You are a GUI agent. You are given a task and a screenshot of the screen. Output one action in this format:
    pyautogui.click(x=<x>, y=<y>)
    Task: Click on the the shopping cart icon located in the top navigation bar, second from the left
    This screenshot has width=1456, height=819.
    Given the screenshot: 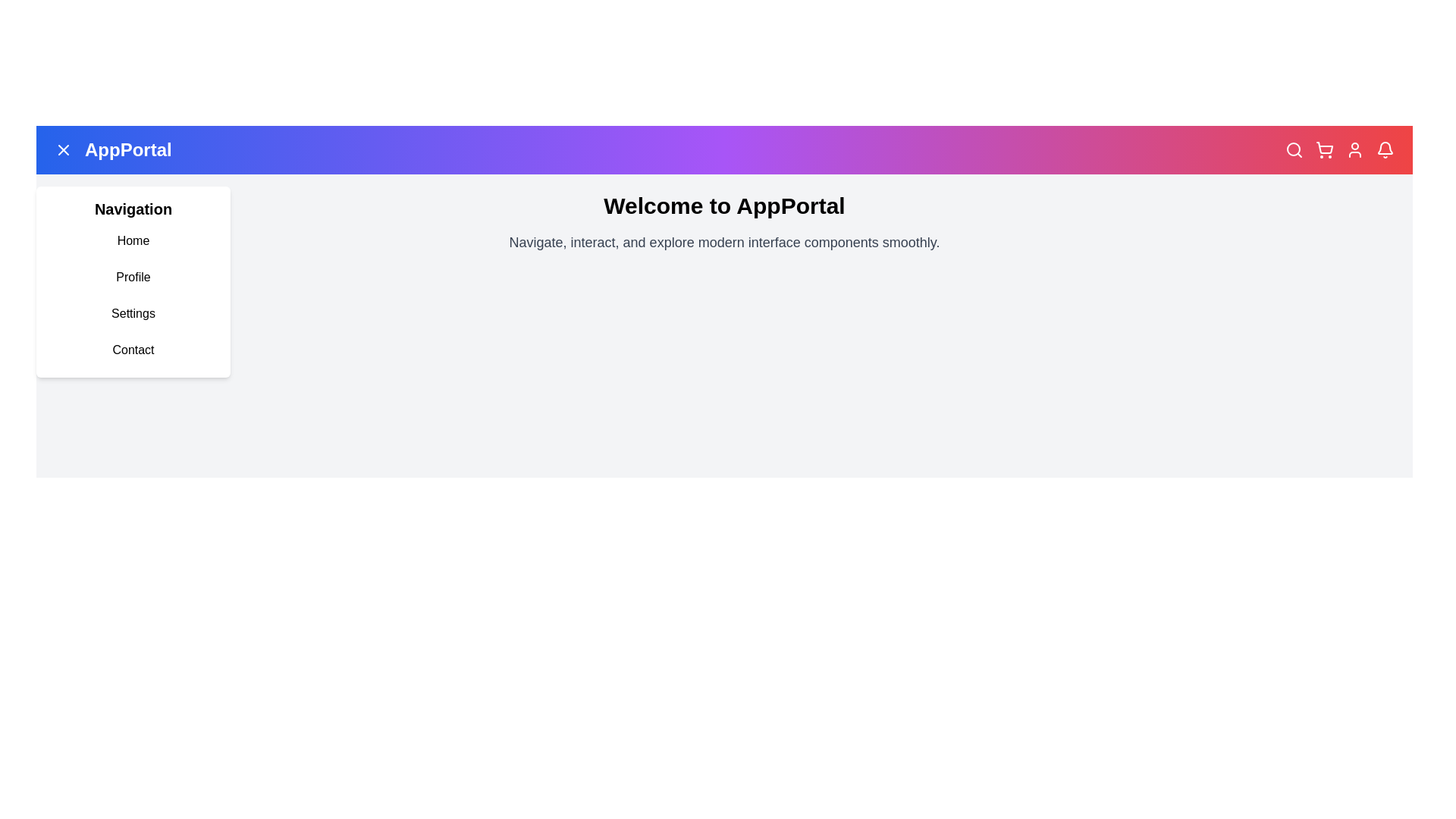 What is the action you would take?
    pyautogui.click(x=1324, y=148)
    